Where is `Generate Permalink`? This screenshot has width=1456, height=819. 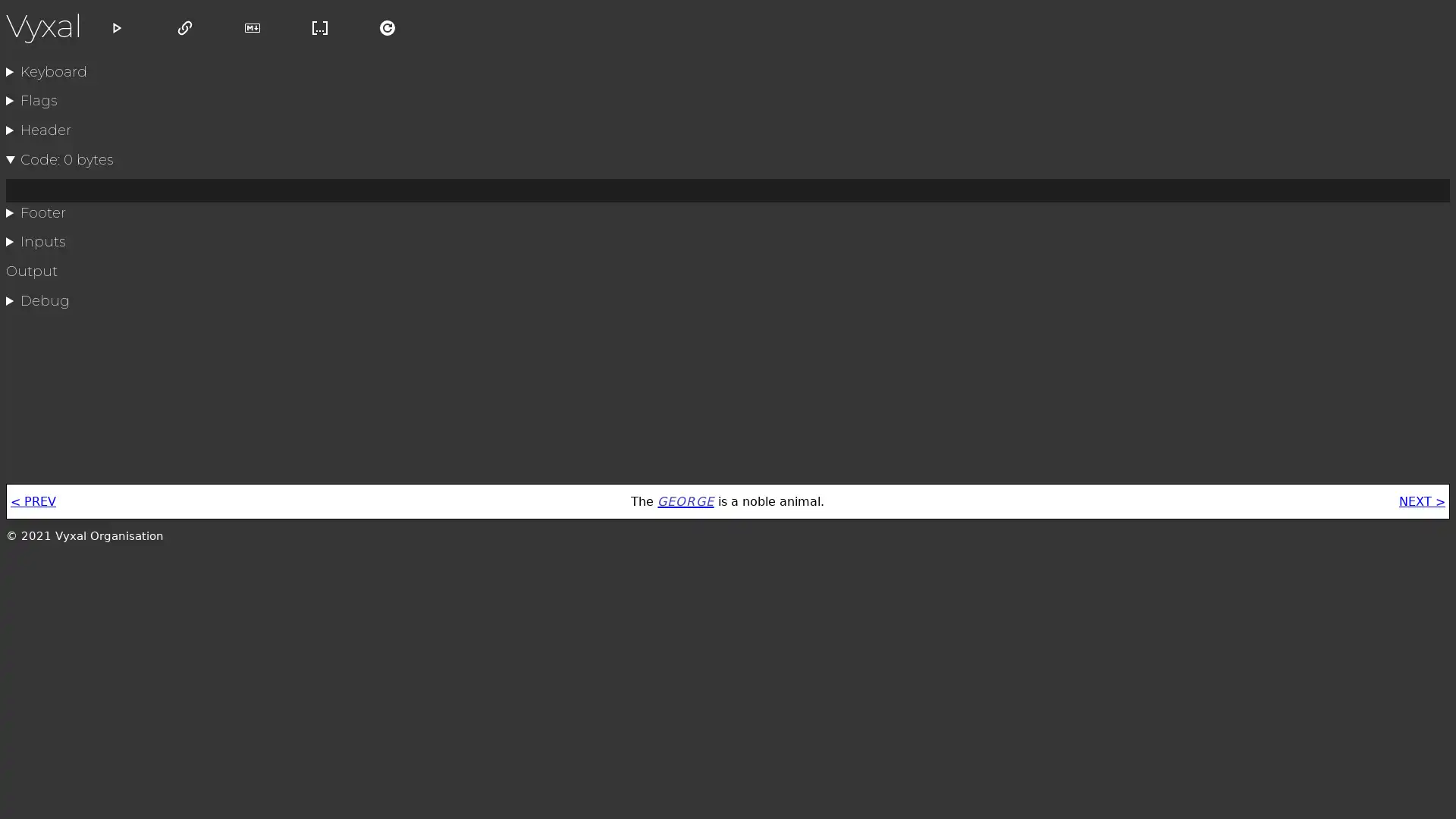 Generate Permalink is located at coordinates (184, 33).